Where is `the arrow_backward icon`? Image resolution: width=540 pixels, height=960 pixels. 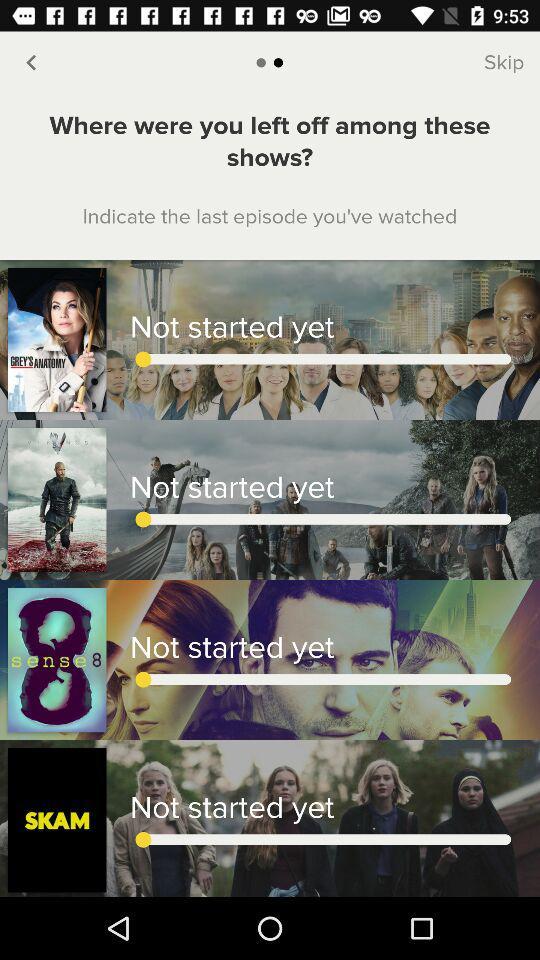 the arrow_backward icon is located at coordinates (30, 62).